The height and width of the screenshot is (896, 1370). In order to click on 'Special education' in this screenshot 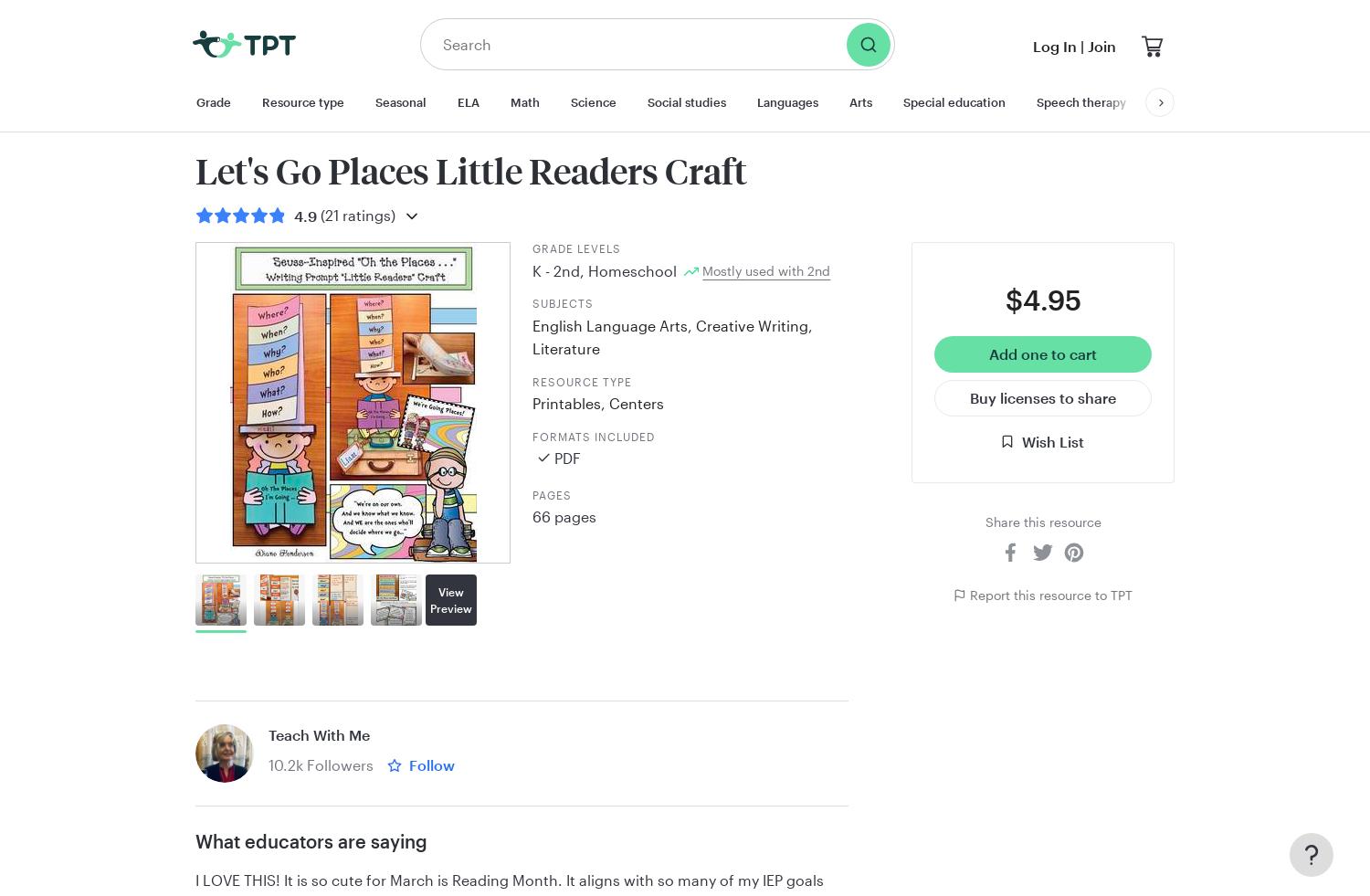, I will do `click(954, 101)`.